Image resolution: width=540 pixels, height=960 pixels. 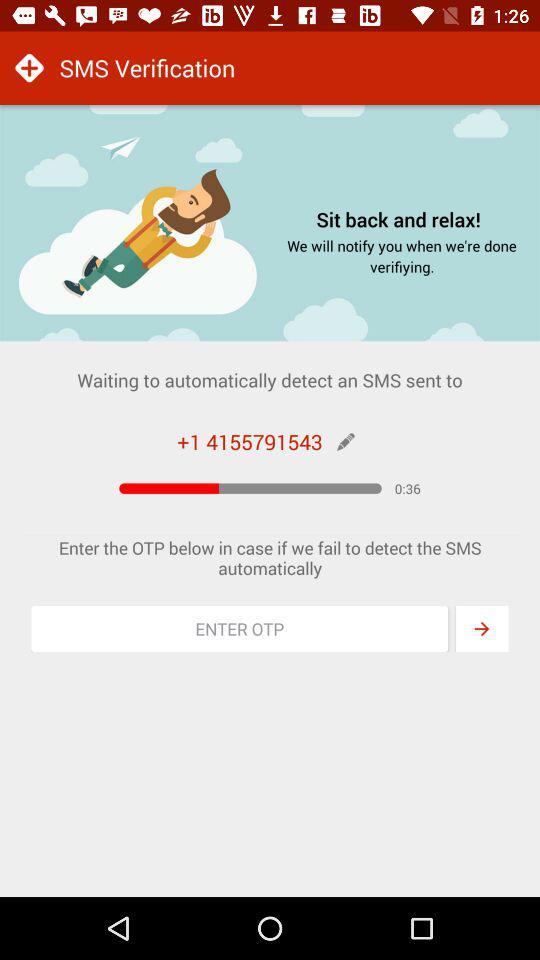 What do you see at coordinates (481, 628) in the screenshot?
I see `the arrow_forward icon` at bounding box center [481, 628].